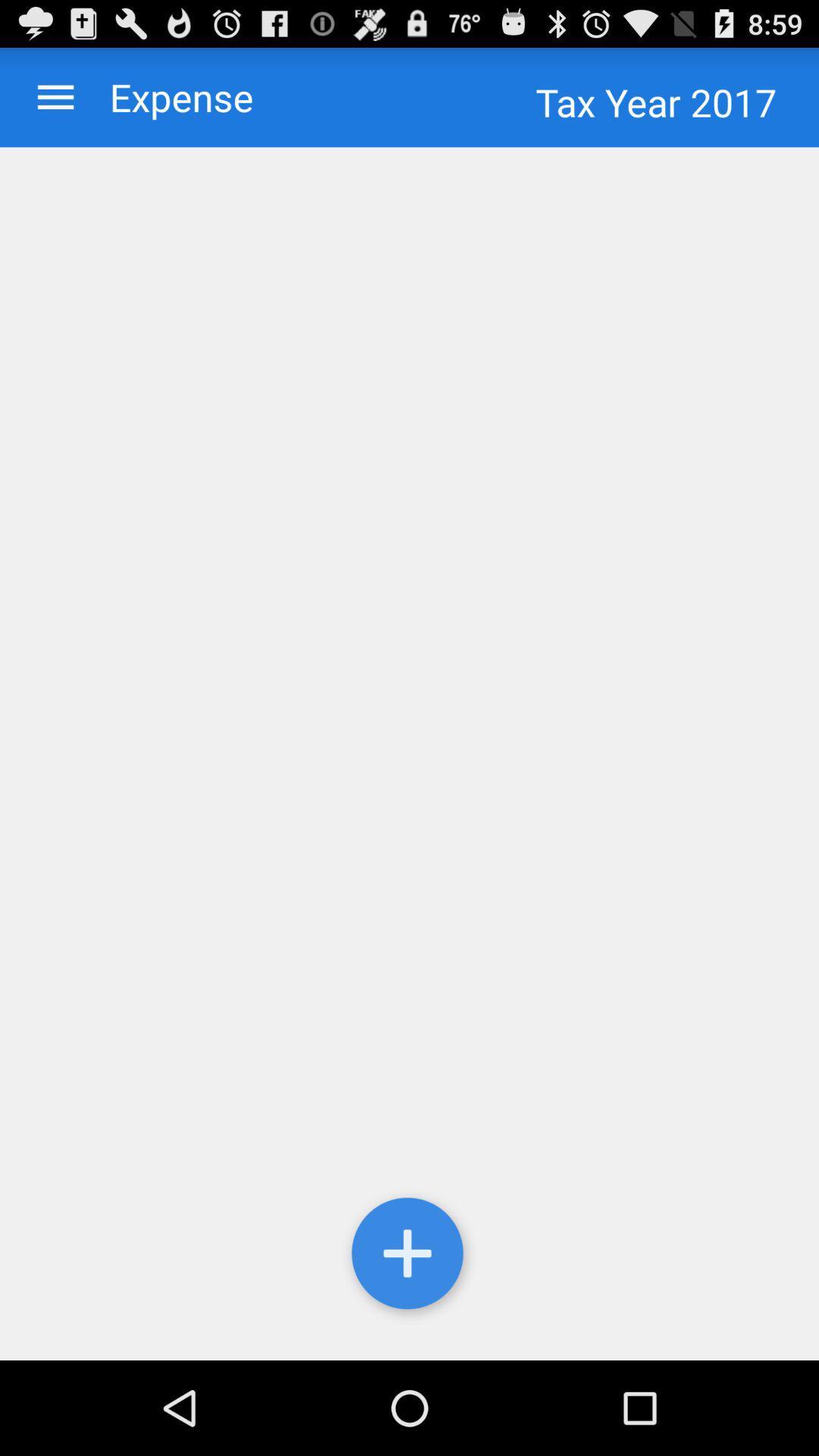 The height and width of the screenshot is (1456, 819). I want to click on click on add button, so click(409, 1257).